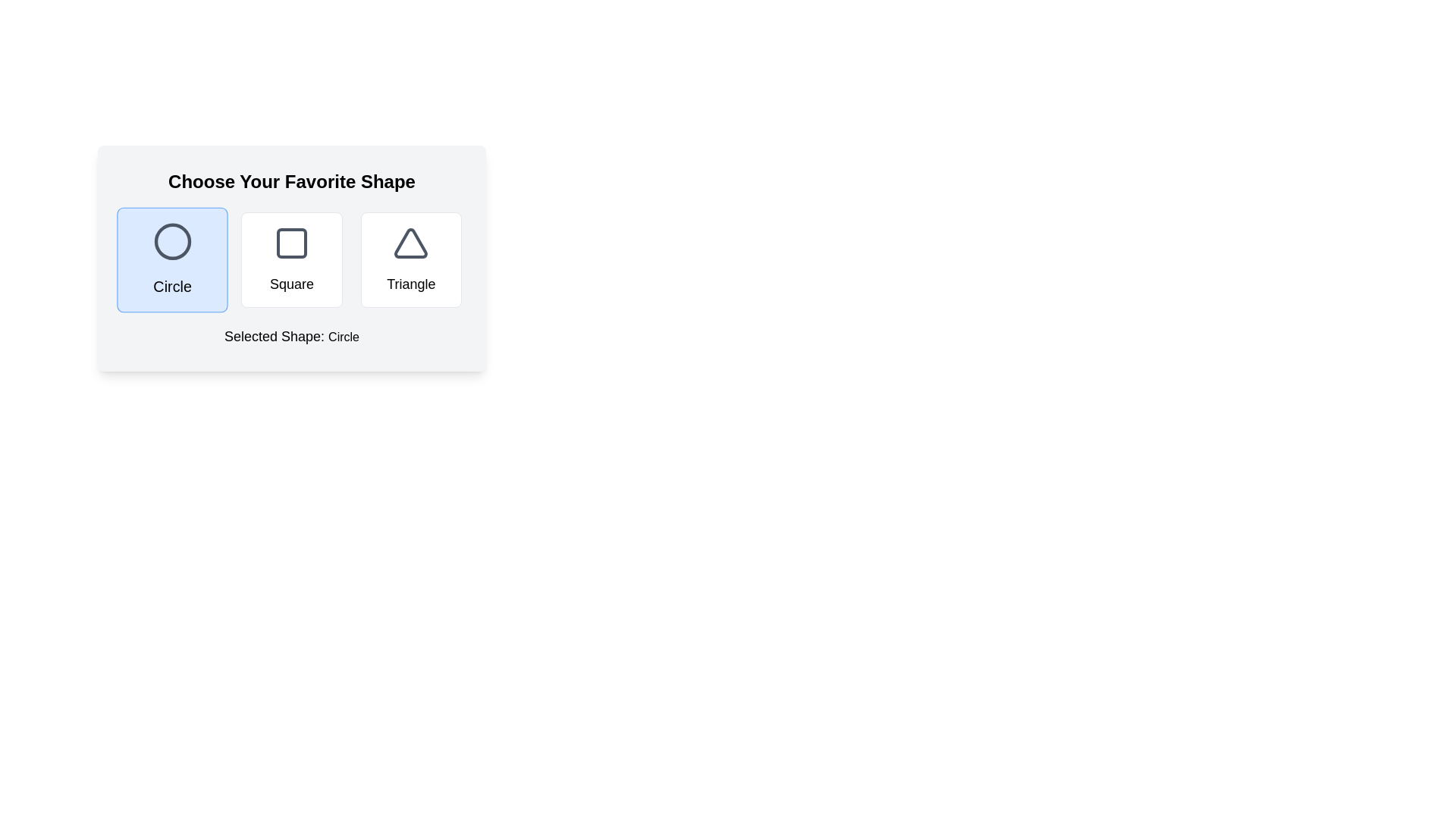 The width and height of the screenshot is (1456, 819). I want to click on the button labeled 'Square', so click(291, 259).